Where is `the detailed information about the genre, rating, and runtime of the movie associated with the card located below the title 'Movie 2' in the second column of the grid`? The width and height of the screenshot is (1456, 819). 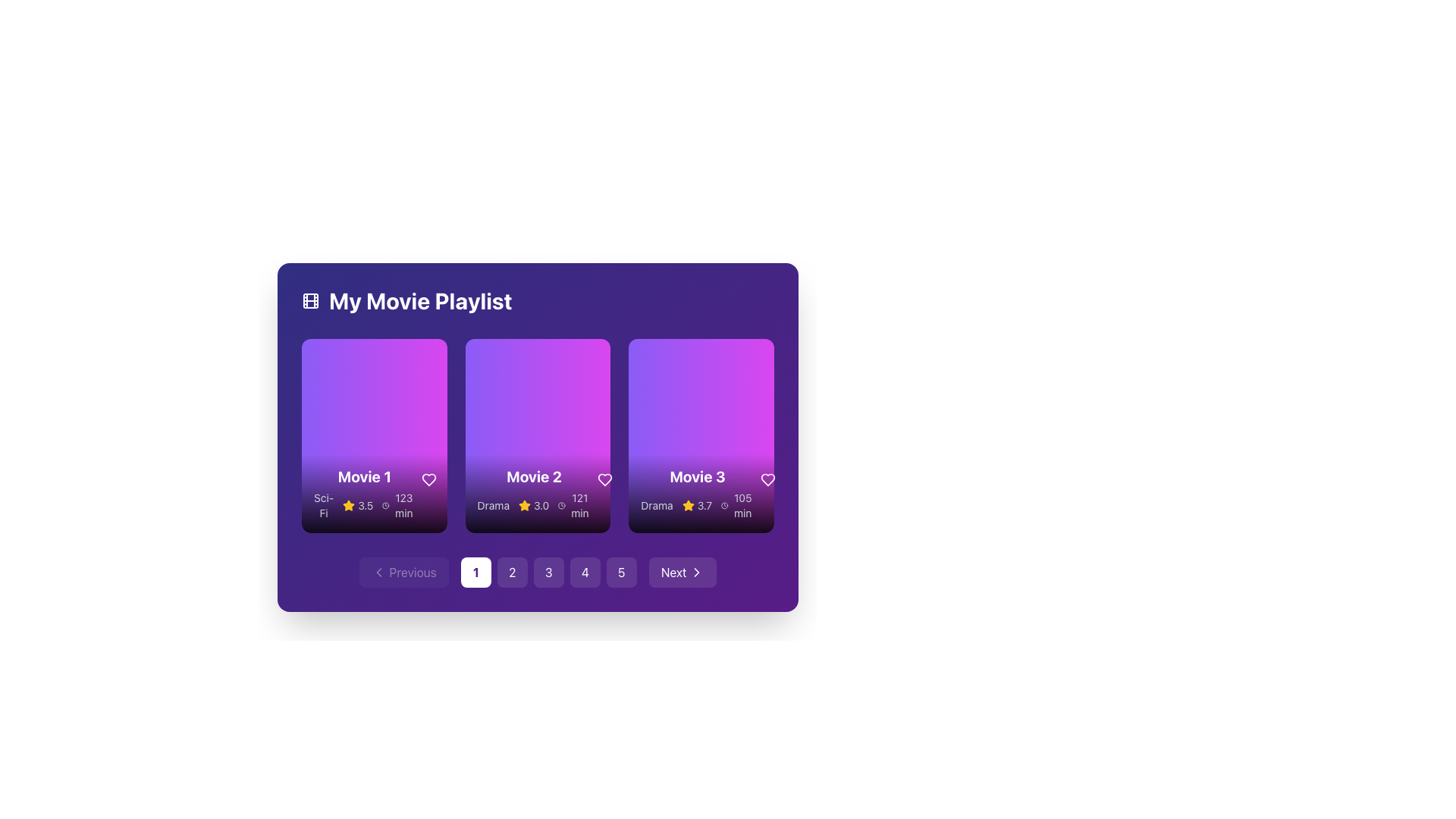
the detailed information about the genre, rating, and runtime of the movie associated with the card located below the title 'Movie 2' in the second column of the grid is located at coordinates (534, 506).